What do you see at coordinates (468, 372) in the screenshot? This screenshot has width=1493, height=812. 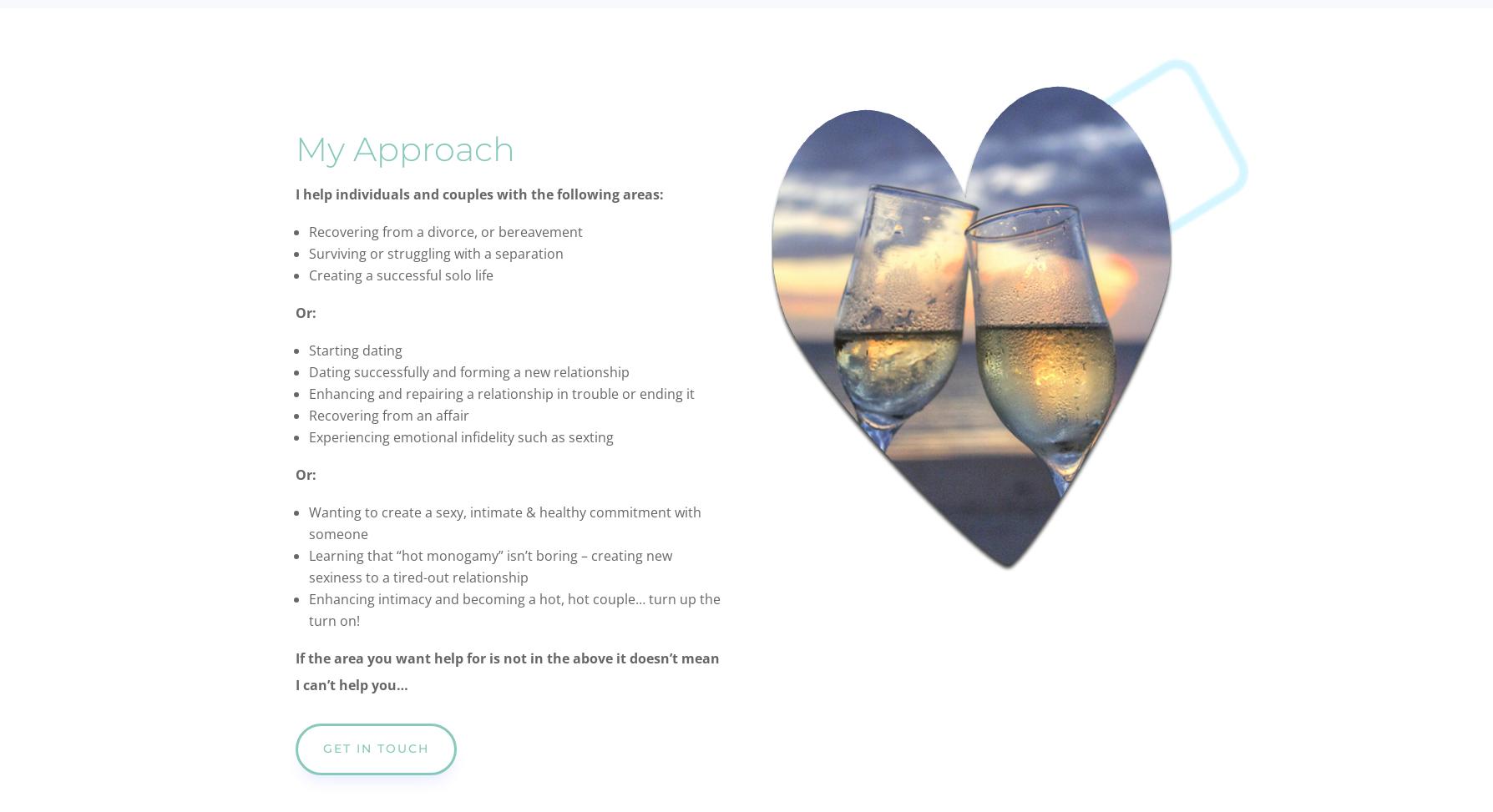 I see `'Dating successfully and forming a new relationship'` at bounding box center [468, 372].